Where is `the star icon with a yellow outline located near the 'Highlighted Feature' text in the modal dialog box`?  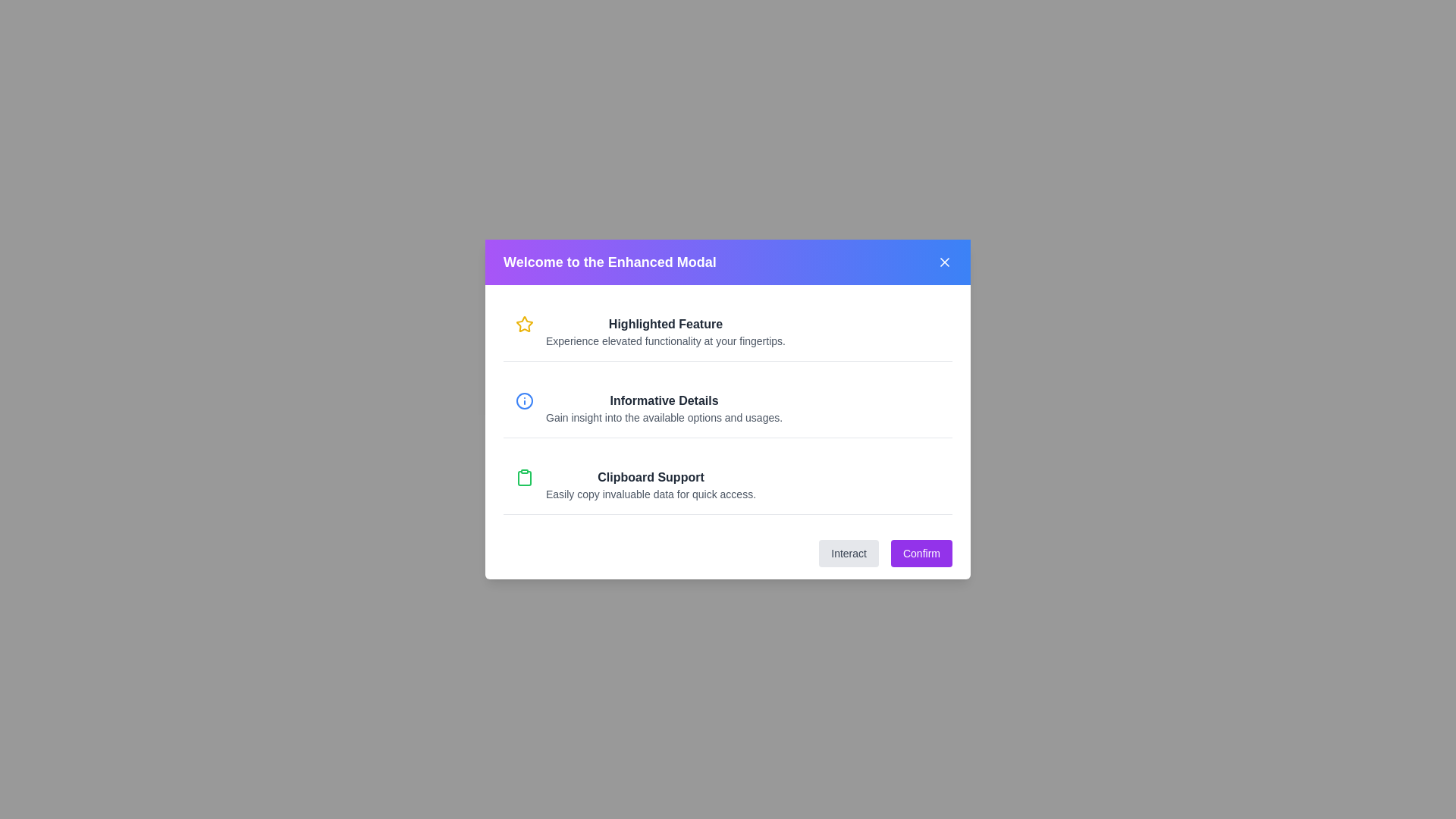 the star icon with a yellow outline located near the 'Highlighted Feature' text in the modal dialog box is located at coordinates (524, 323).